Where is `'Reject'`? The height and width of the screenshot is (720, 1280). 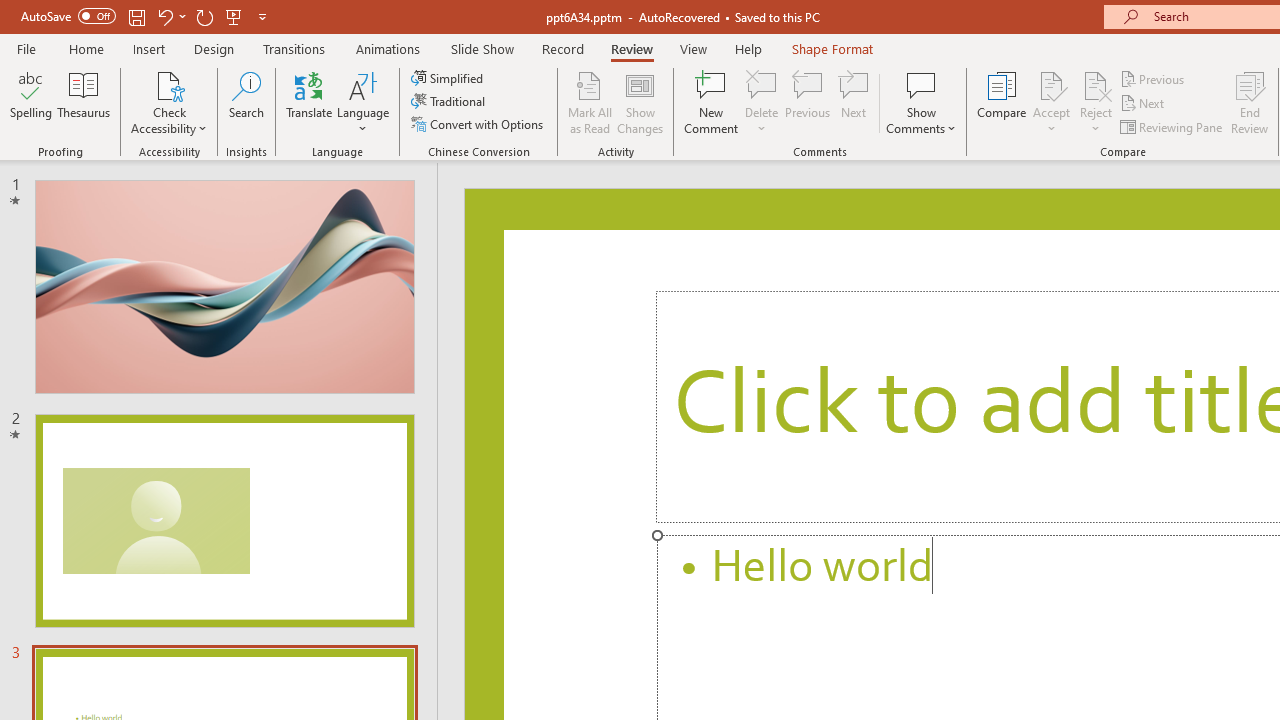 'Reject' is located at coordinates (1095, 103).